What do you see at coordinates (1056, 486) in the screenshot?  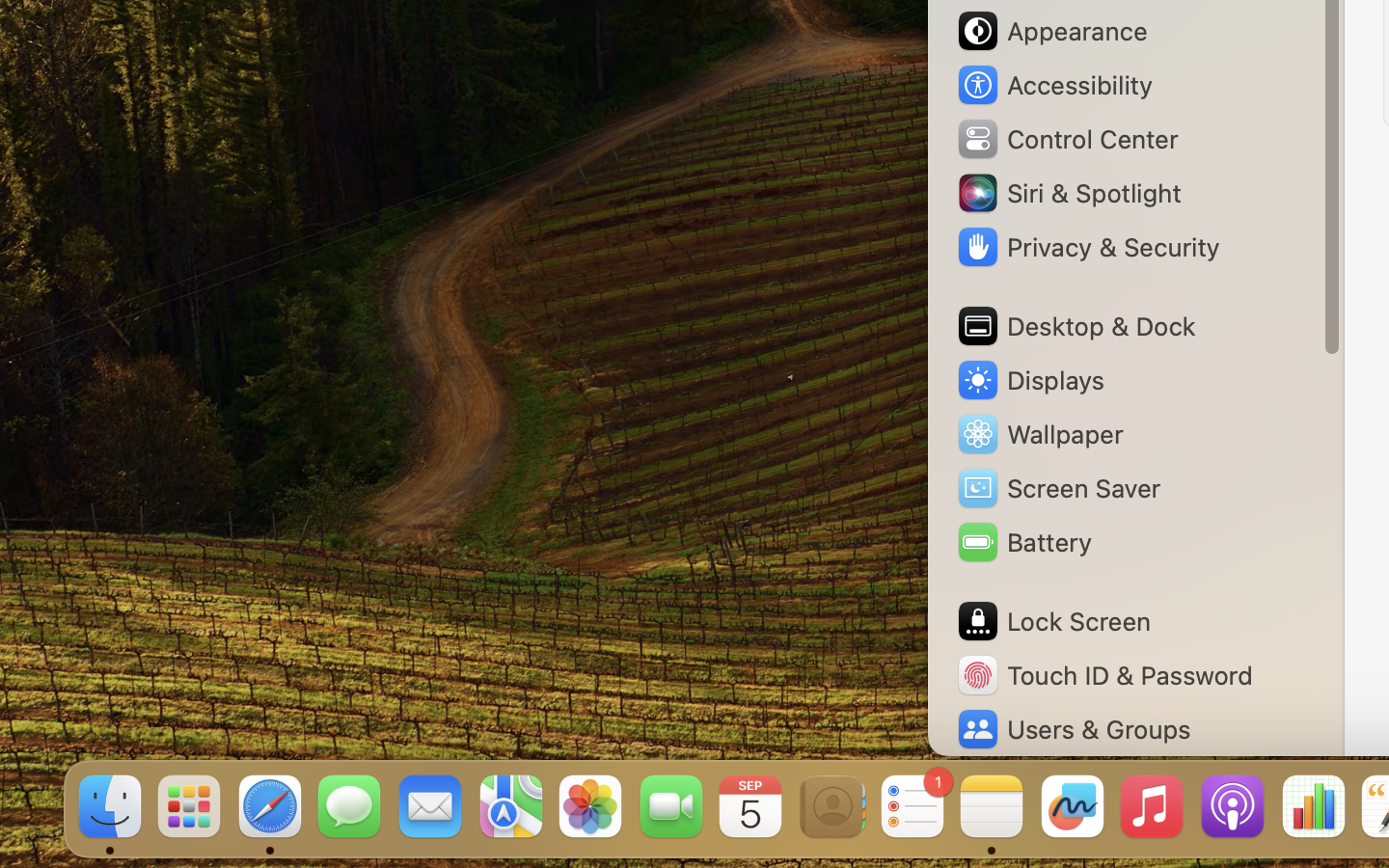 I see `'Screen Saver'` at bounding box center [1056, 486].